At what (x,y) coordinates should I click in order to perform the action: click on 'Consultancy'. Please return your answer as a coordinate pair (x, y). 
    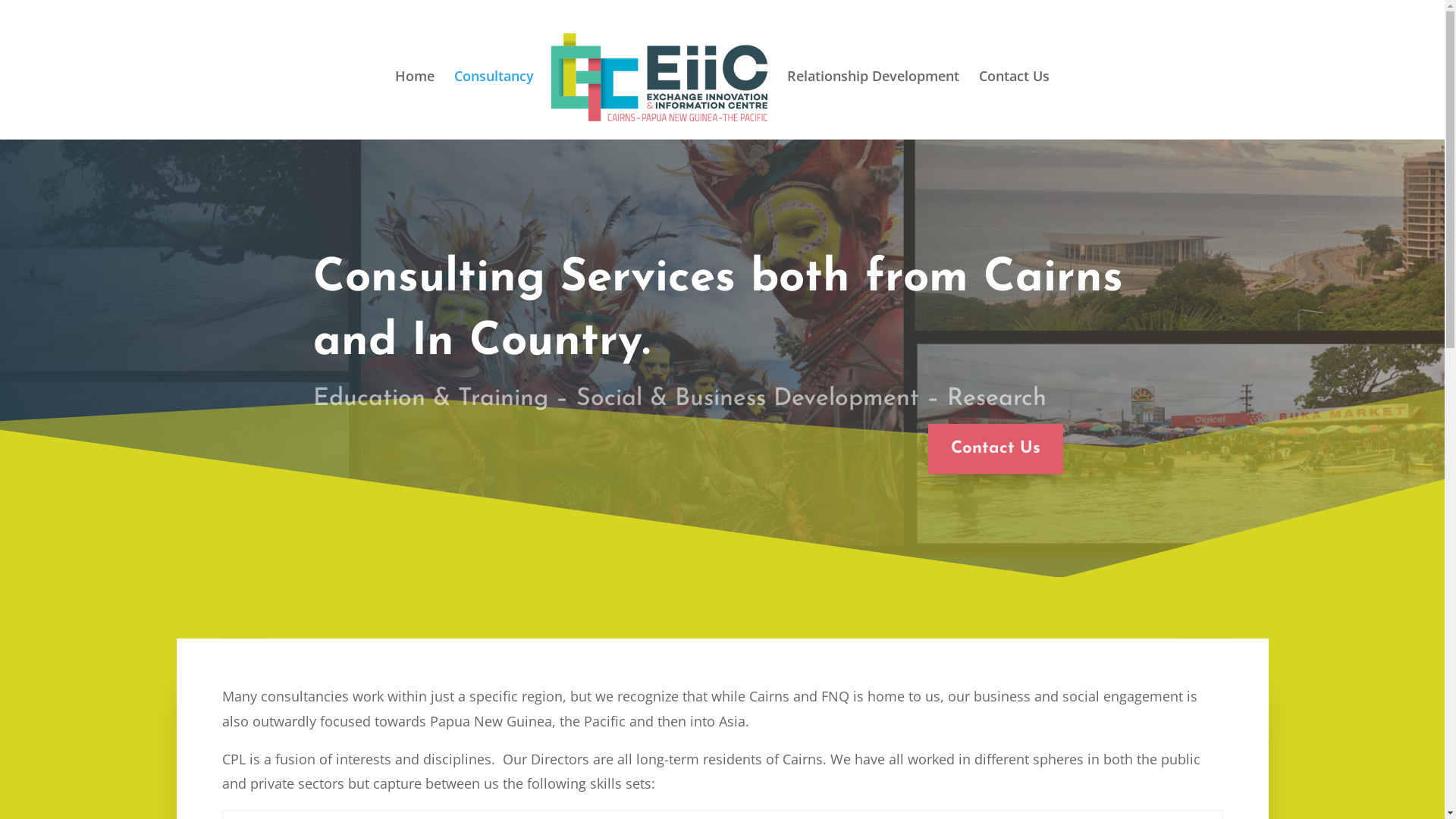
    Looking at the image, I should click on (494, 97).